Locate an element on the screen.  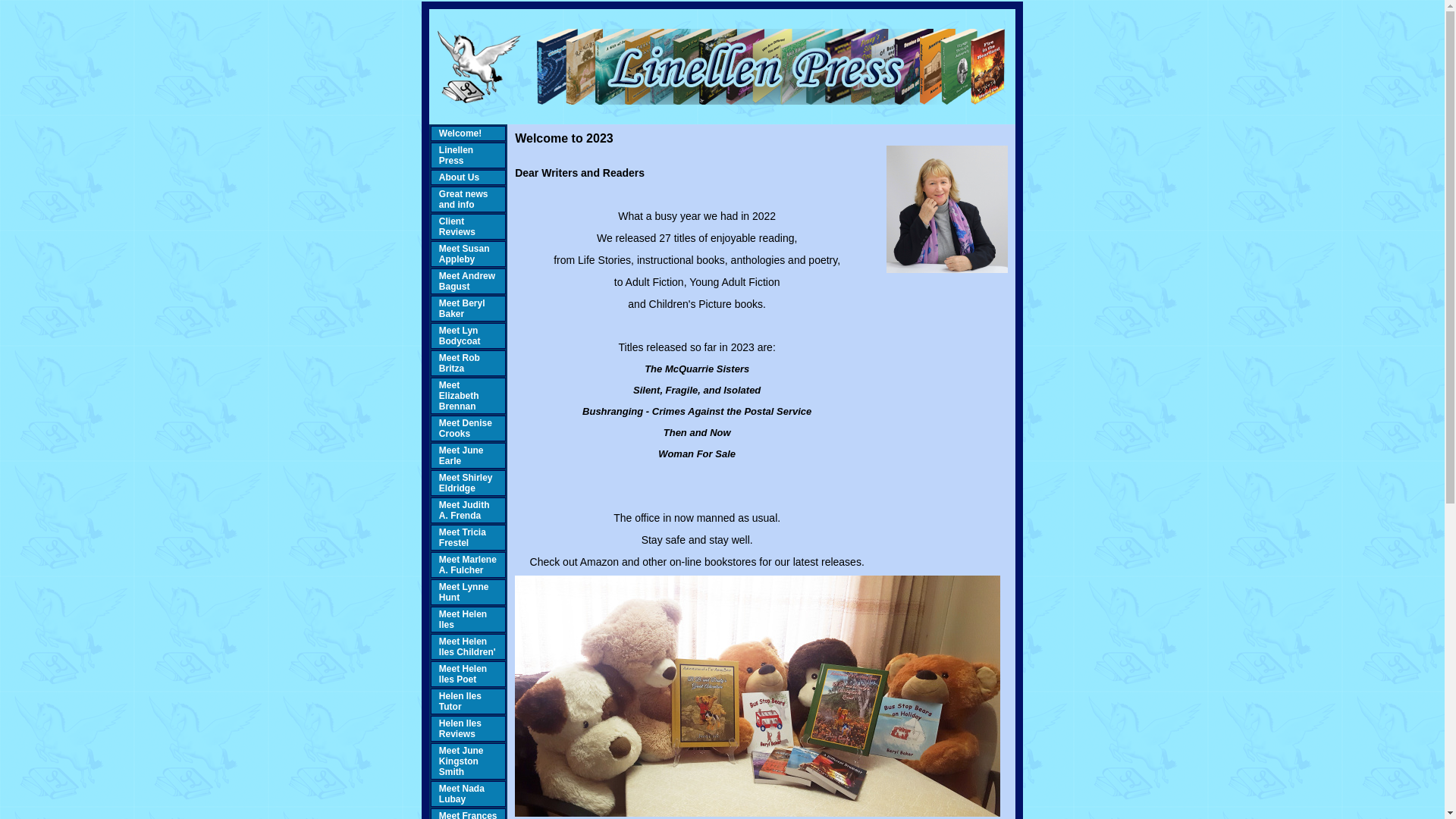
'Meet Lyn Bodycoat' is located at coordinates (459, 335).